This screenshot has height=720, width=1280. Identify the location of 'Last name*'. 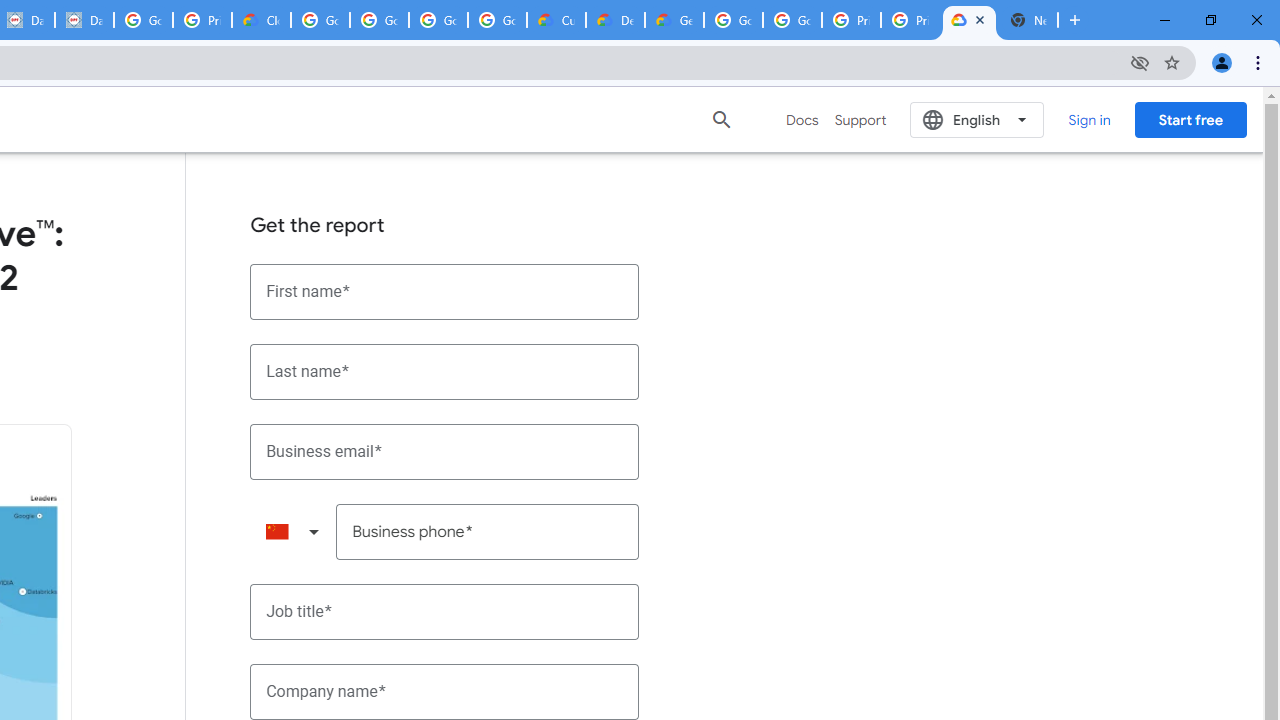
(444, 371).